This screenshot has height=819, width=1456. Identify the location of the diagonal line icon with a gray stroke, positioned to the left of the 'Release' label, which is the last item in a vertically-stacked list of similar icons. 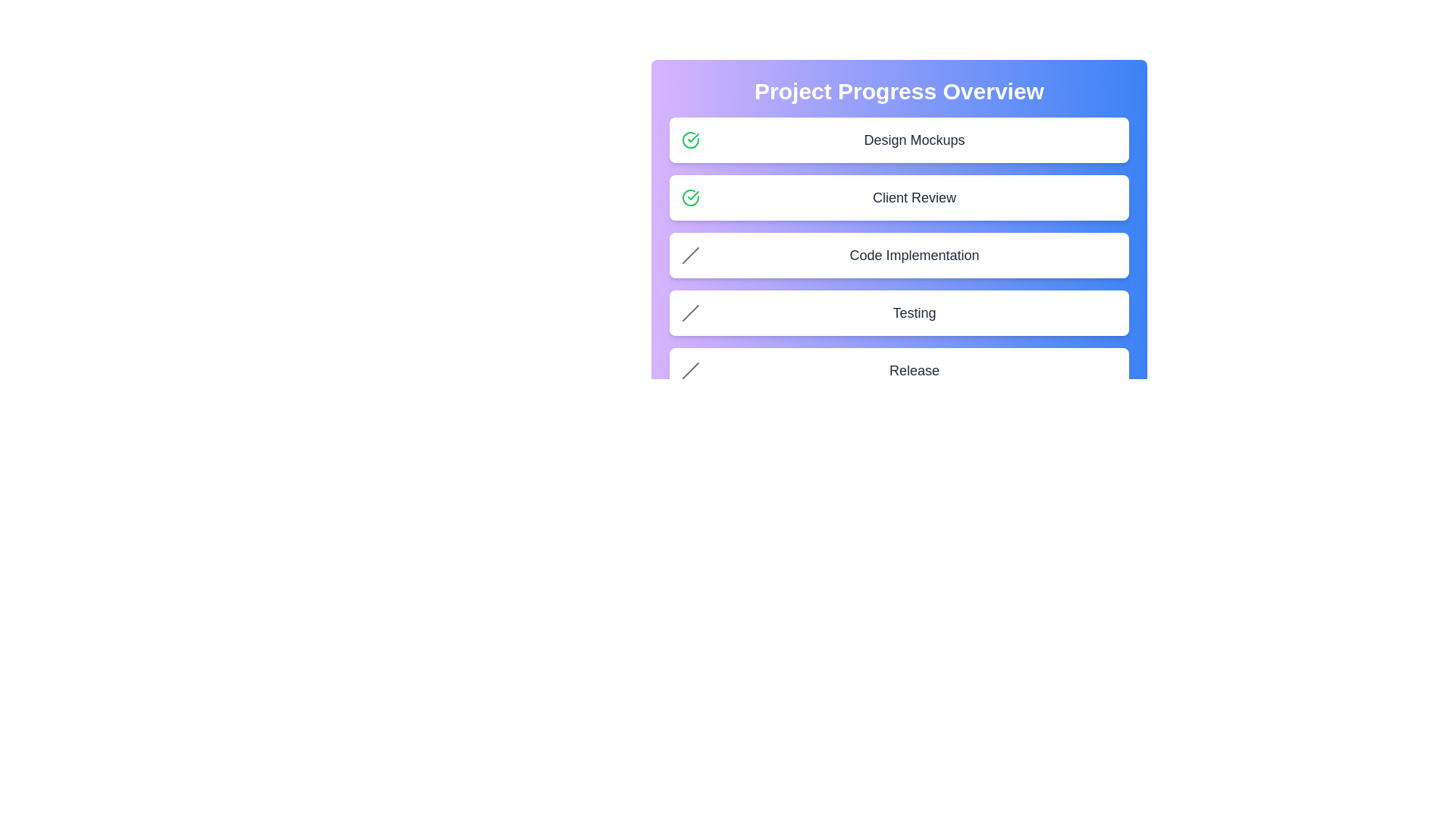
(690, 371).